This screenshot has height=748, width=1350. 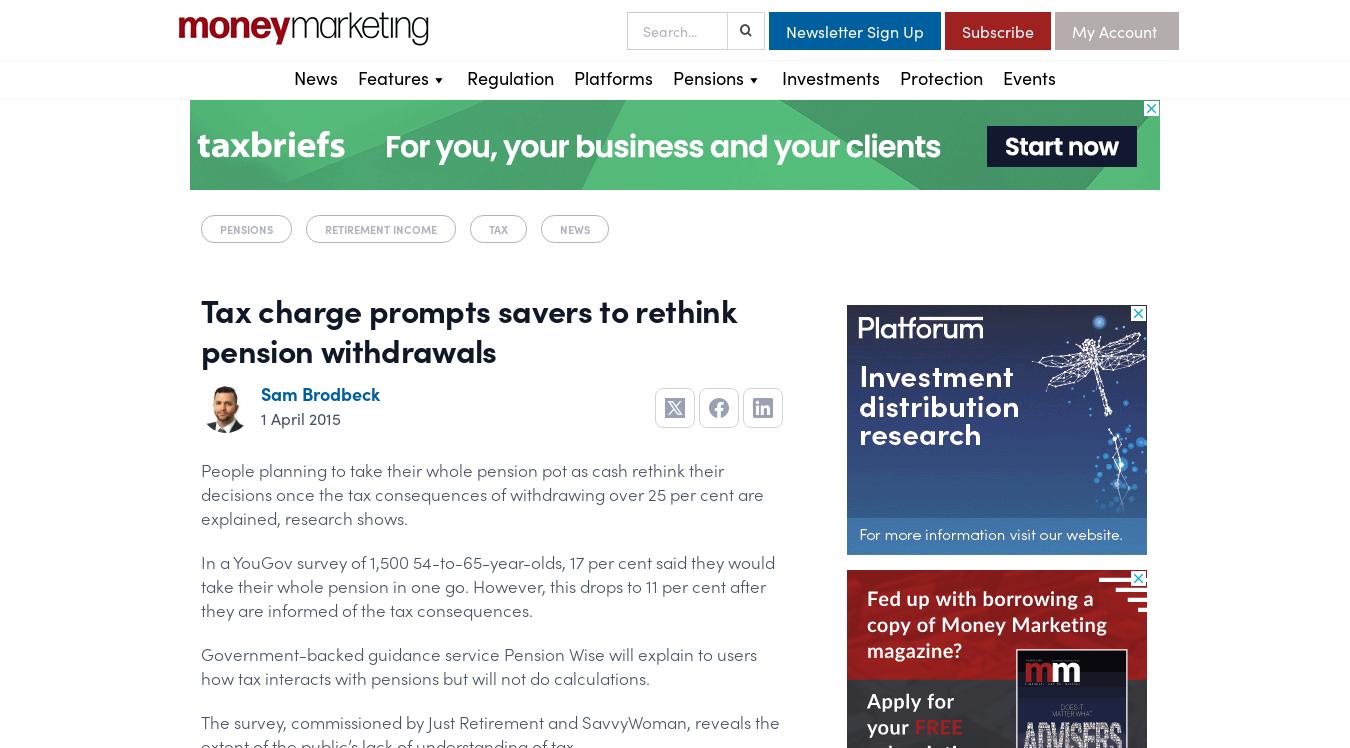 What do you see at coordinates (961, 30) in the screenshot?
I see `'Subscribe'` at bounding box center [961, 30].